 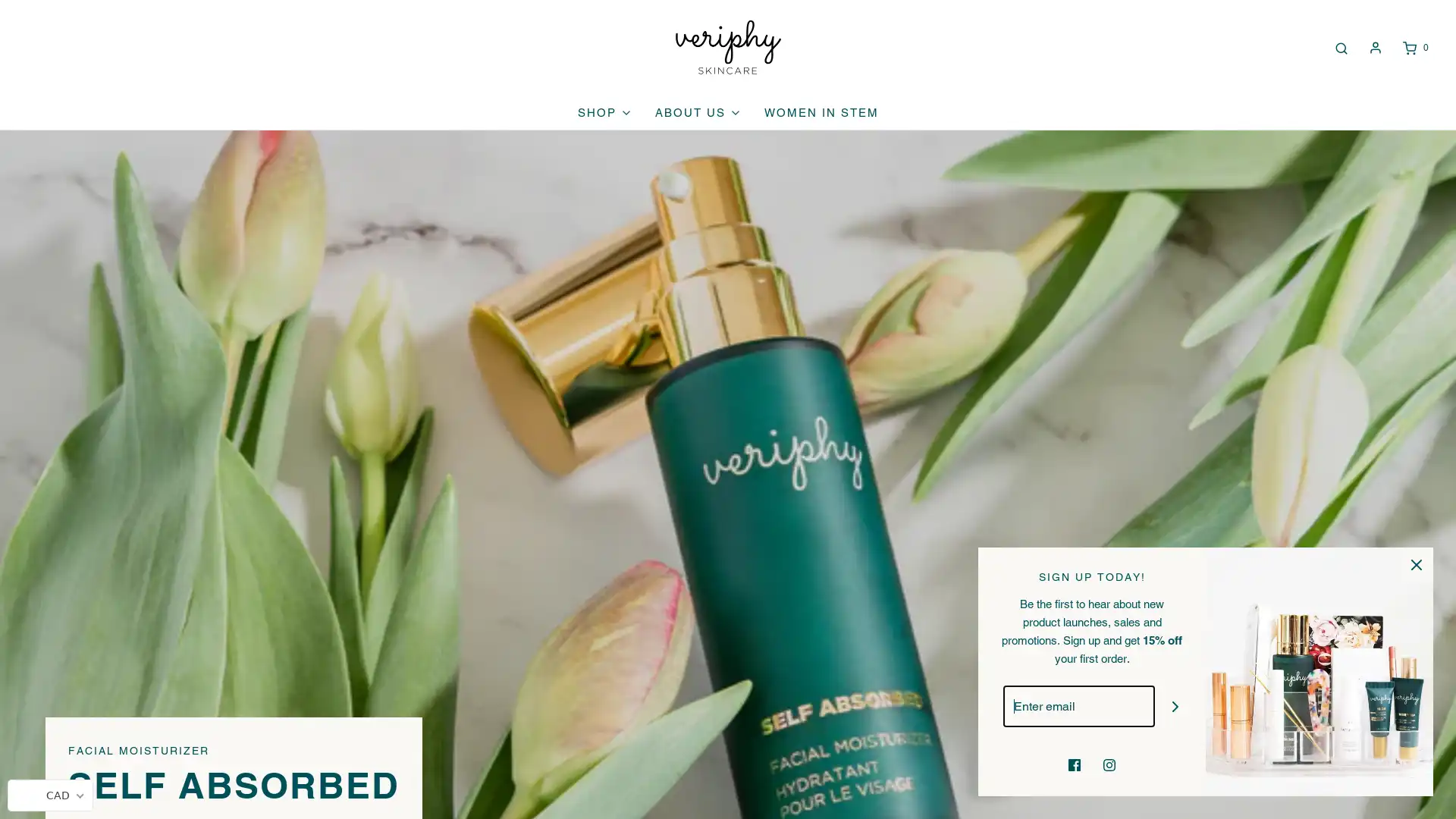 What do you see at coordinates (1340, 46) in the screenshot?
I see `Open search bar` at bounding box center [1340, 46].